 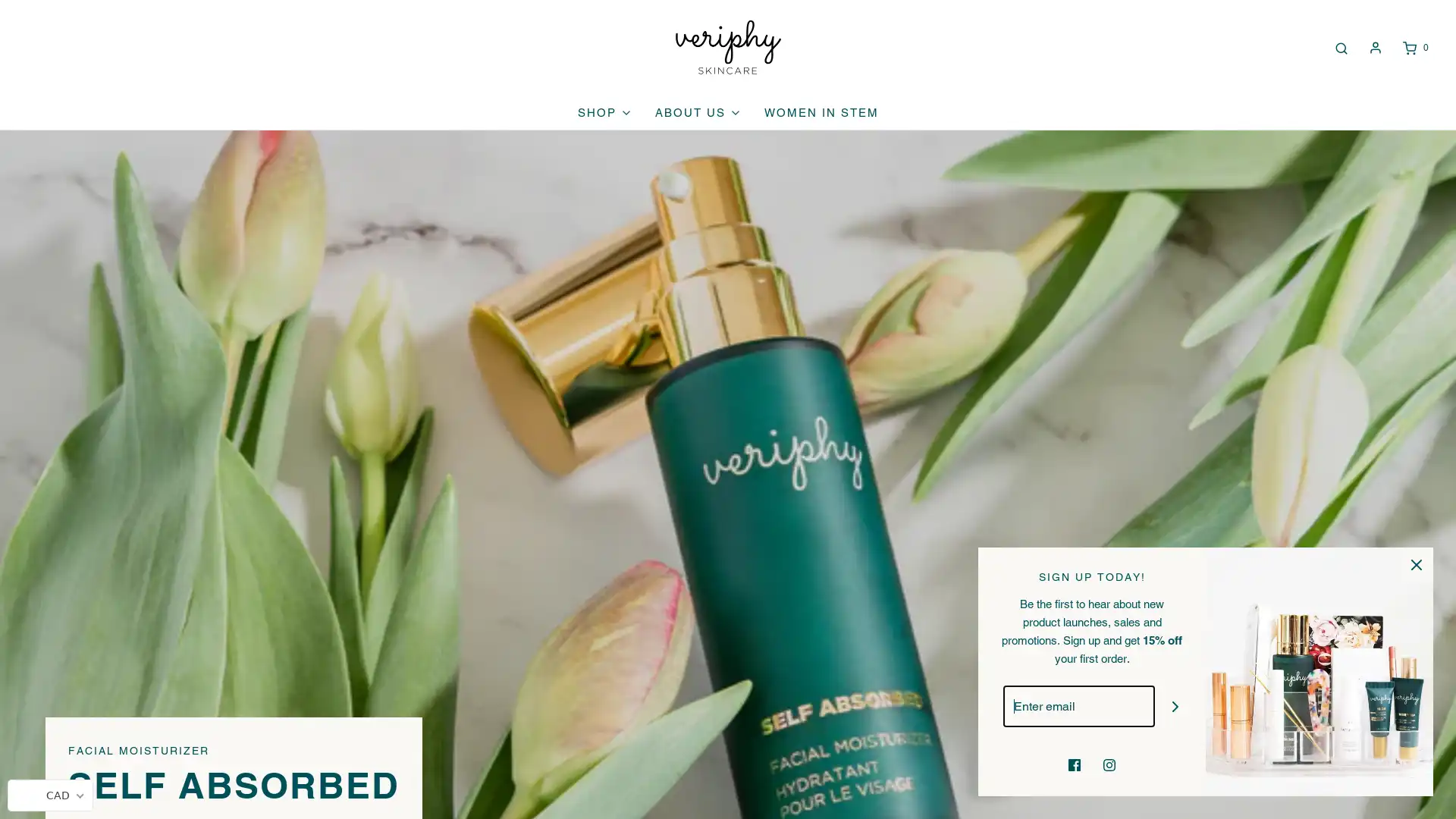 What do you see at coordinates (1340, 46) in the screenshot?
I see `Open search bar` at bounding box center [1340, 46].